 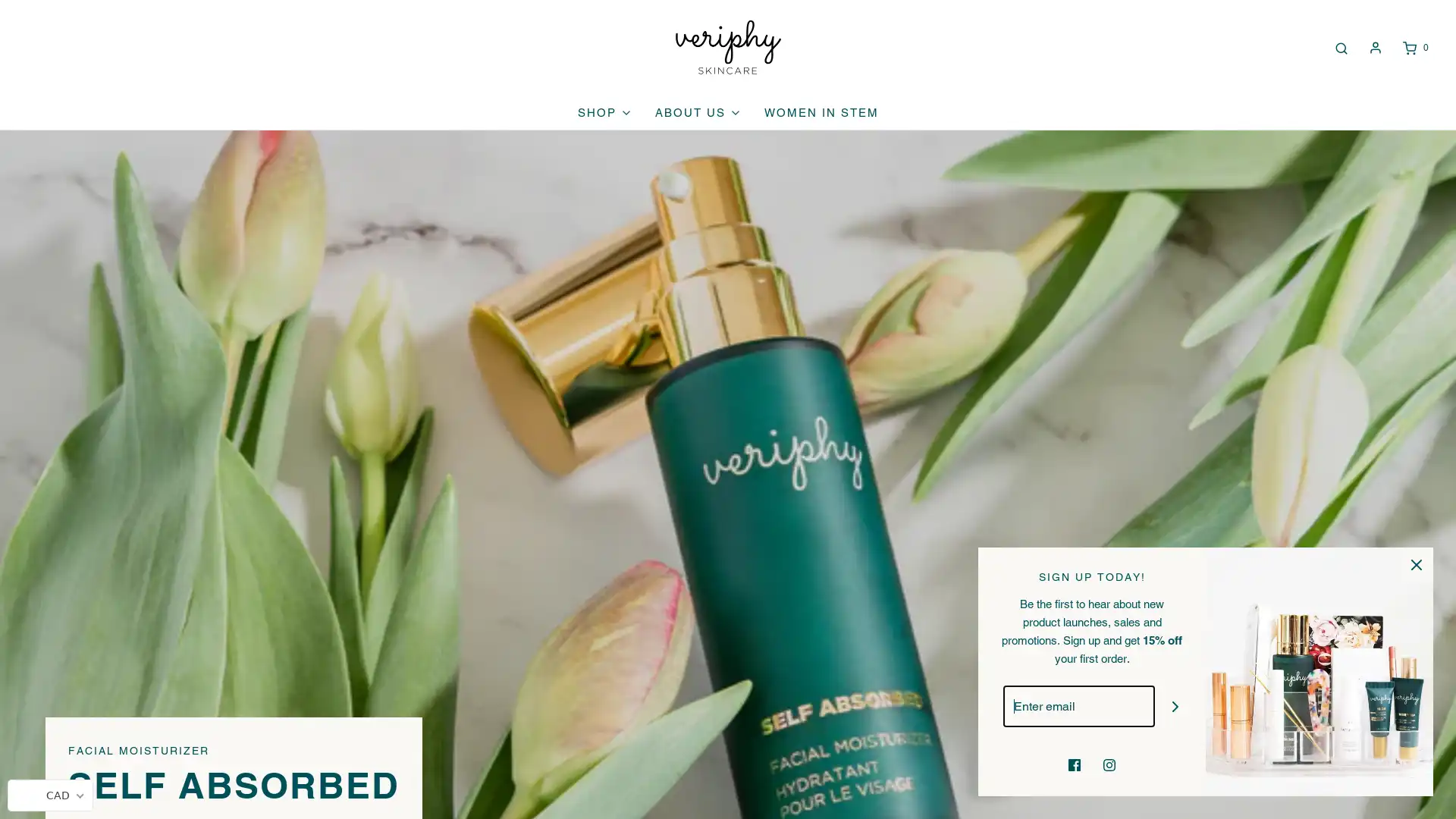 What do you see at coordinates (1340, 46) in the screenshot?
I see `Open search bar` at bounding box center [1340, 46].